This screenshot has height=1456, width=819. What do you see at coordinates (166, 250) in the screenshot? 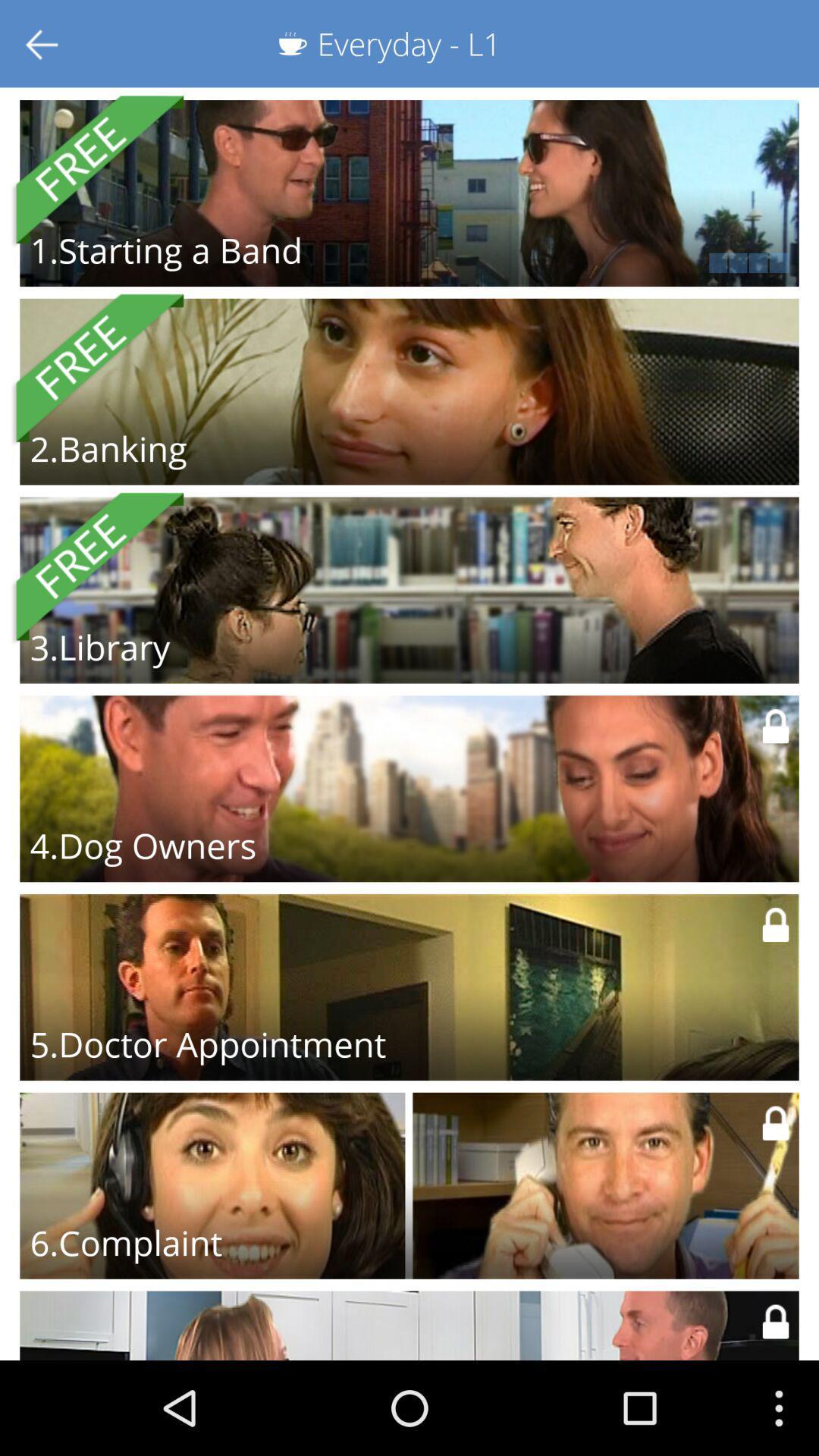
I see `the 1 starting a icon` at bounding box center [166, 250].